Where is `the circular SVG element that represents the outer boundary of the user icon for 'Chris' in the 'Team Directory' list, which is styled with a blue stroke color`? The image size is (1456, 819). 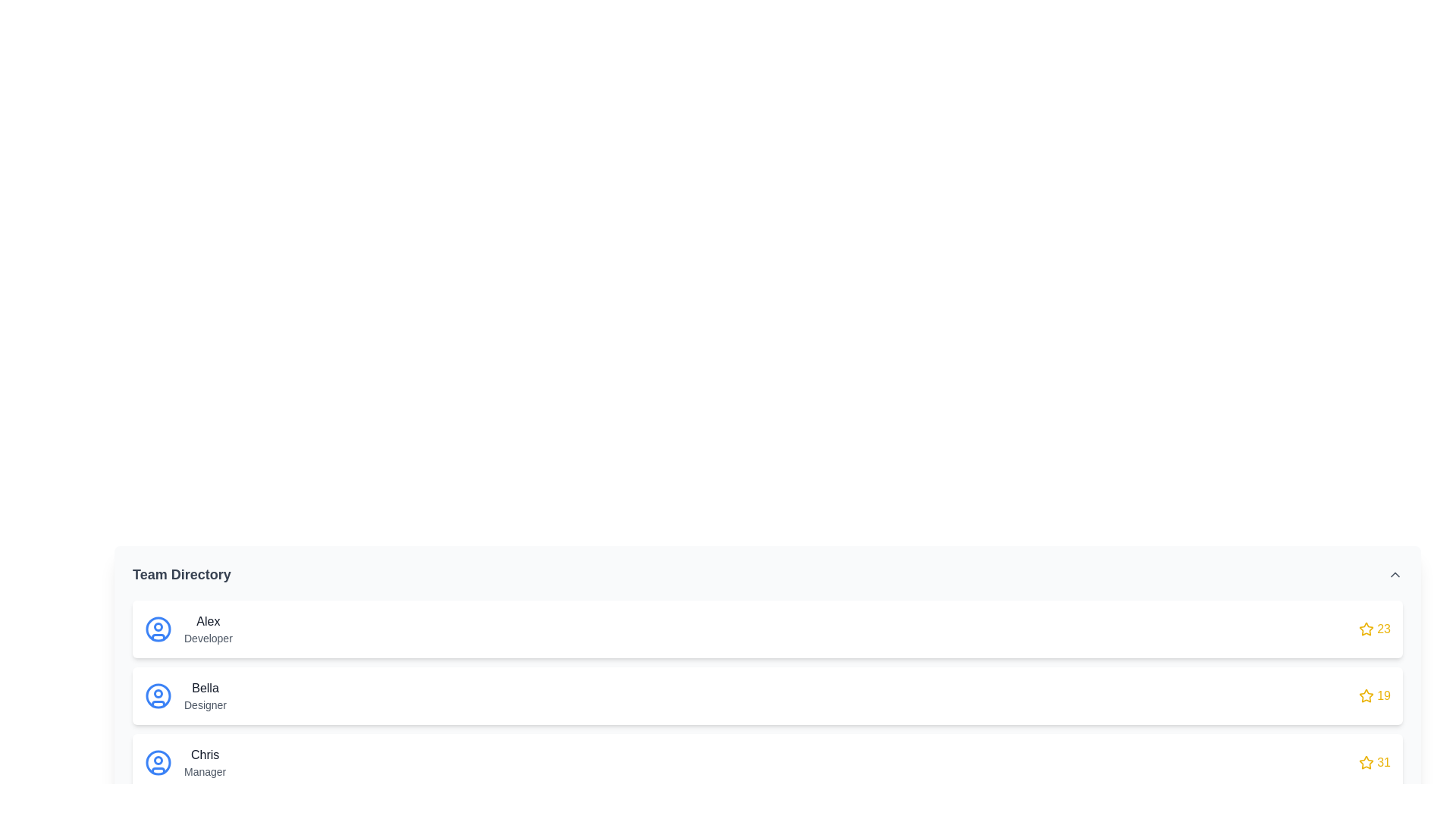
the circular SVG element that represents the outer boundary of the user icon for 'Chris' in the 'Team Directory' list, which is styled with a blue stroke color is located at coordinates (158, 763).